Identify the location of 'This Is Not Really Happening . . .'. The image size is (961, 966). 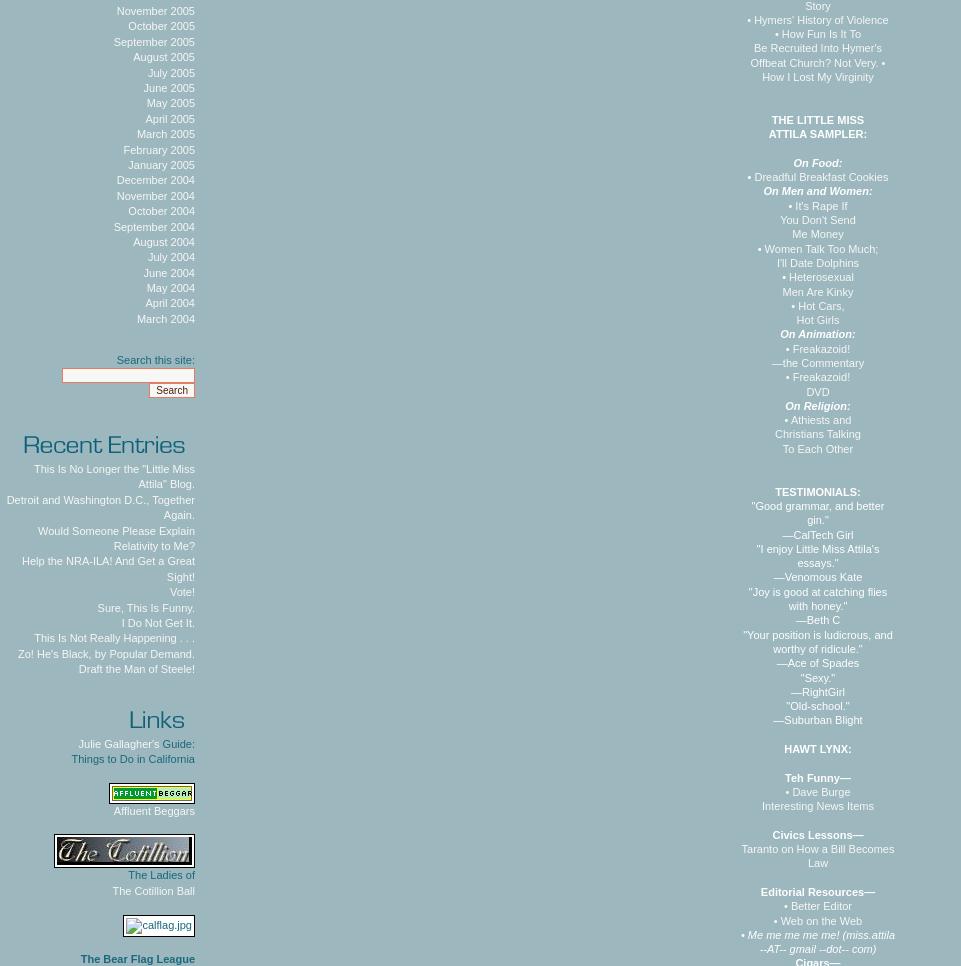
(113, 637).